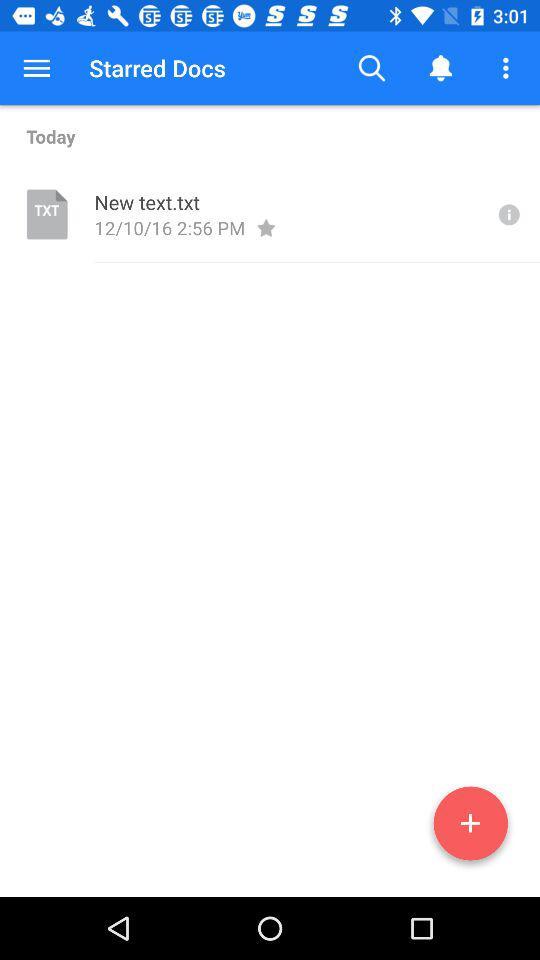 This screenshot has width=540, height=960. Describe the element at coordinates (470, 827) in the screenshot. I see `the add icon` at that location.